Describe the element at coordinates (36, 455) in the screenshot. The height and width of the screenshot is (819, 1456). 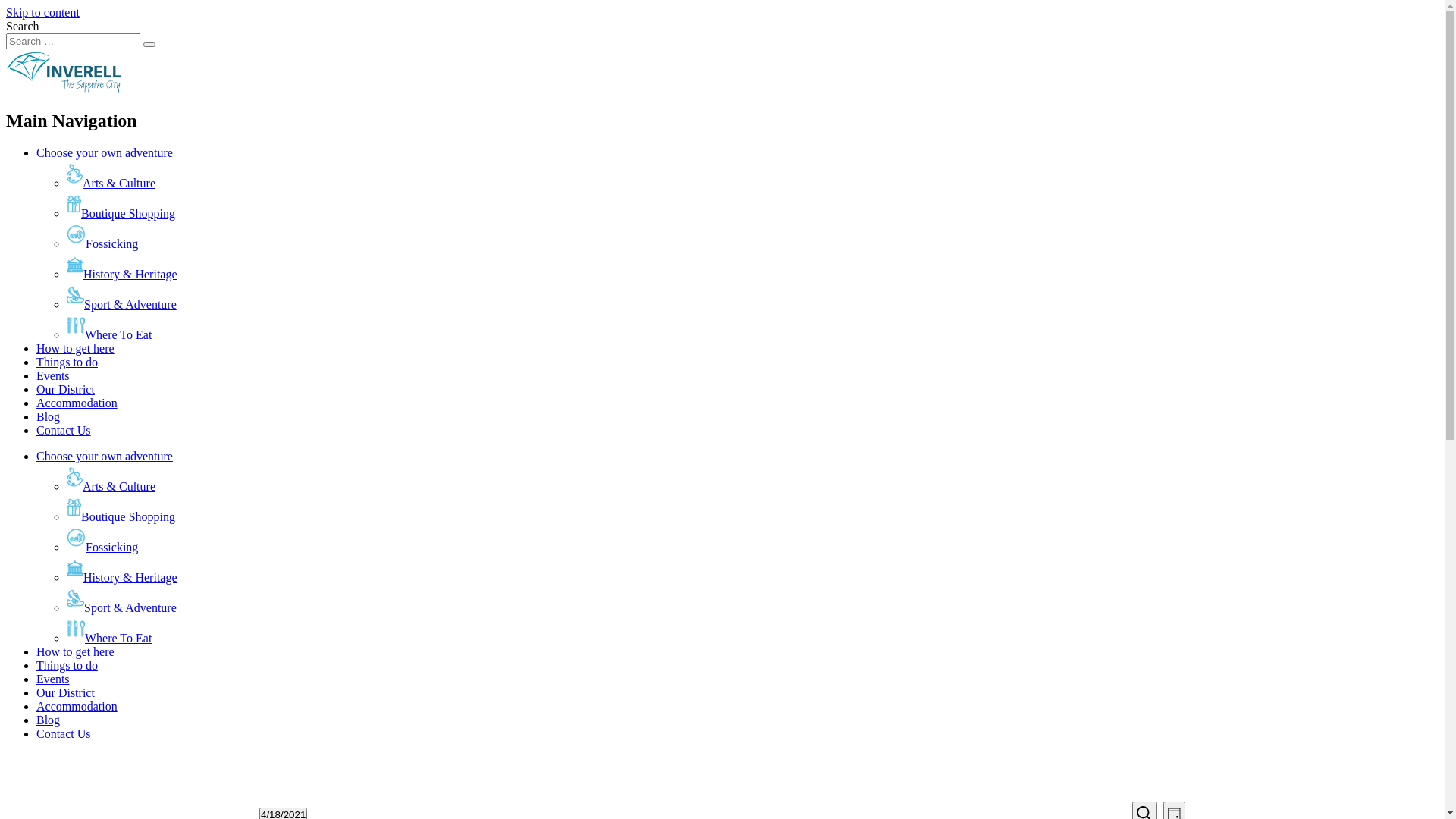
I see `'Choose your own adventure'` at that location.